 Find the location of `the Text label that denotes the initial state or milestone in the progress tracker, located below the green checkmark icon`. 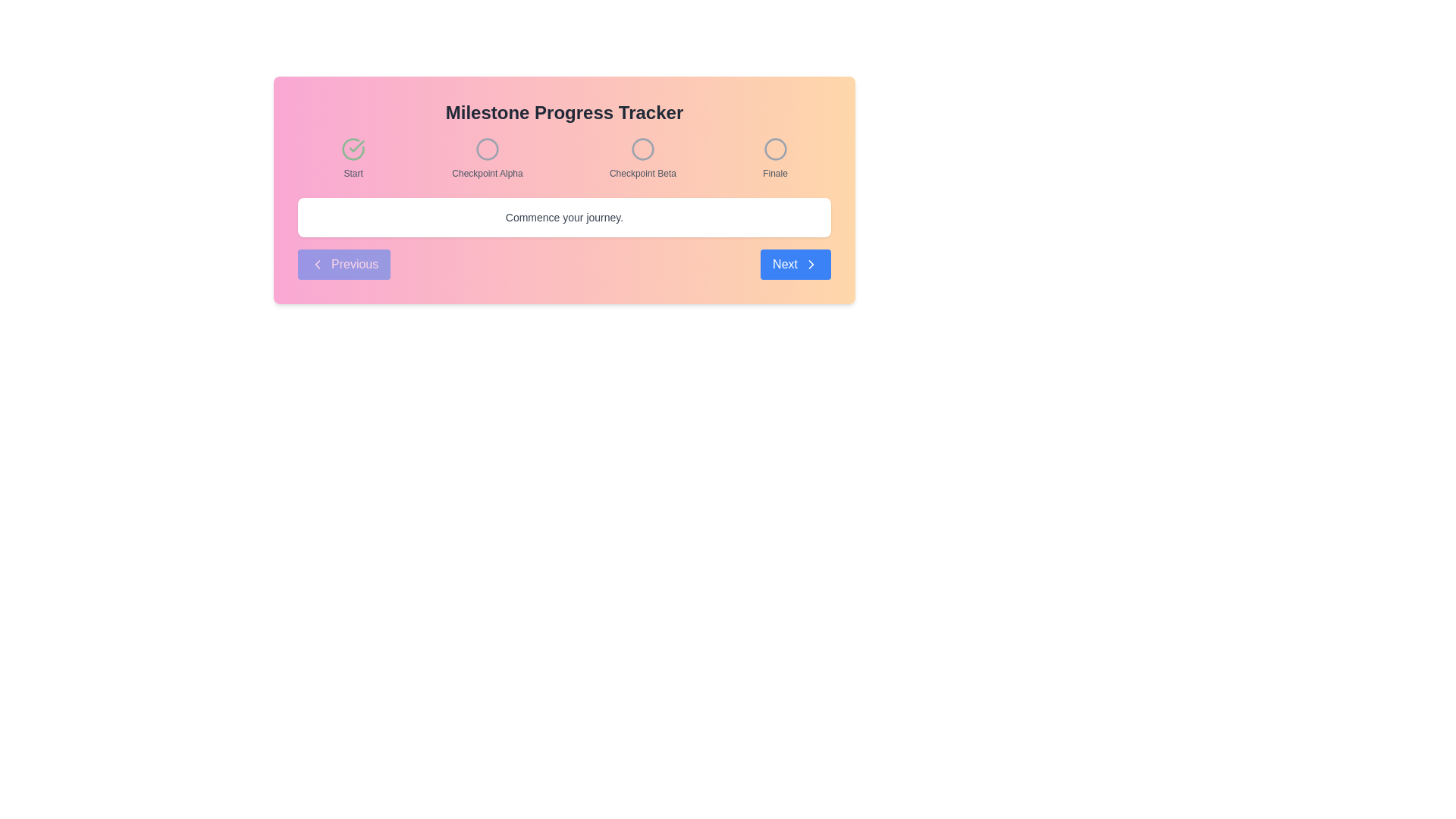

the Text label that denotes the initial state or milestone in the progress tracker, located below the green checkmark icon is located at coordinates (353, 172).